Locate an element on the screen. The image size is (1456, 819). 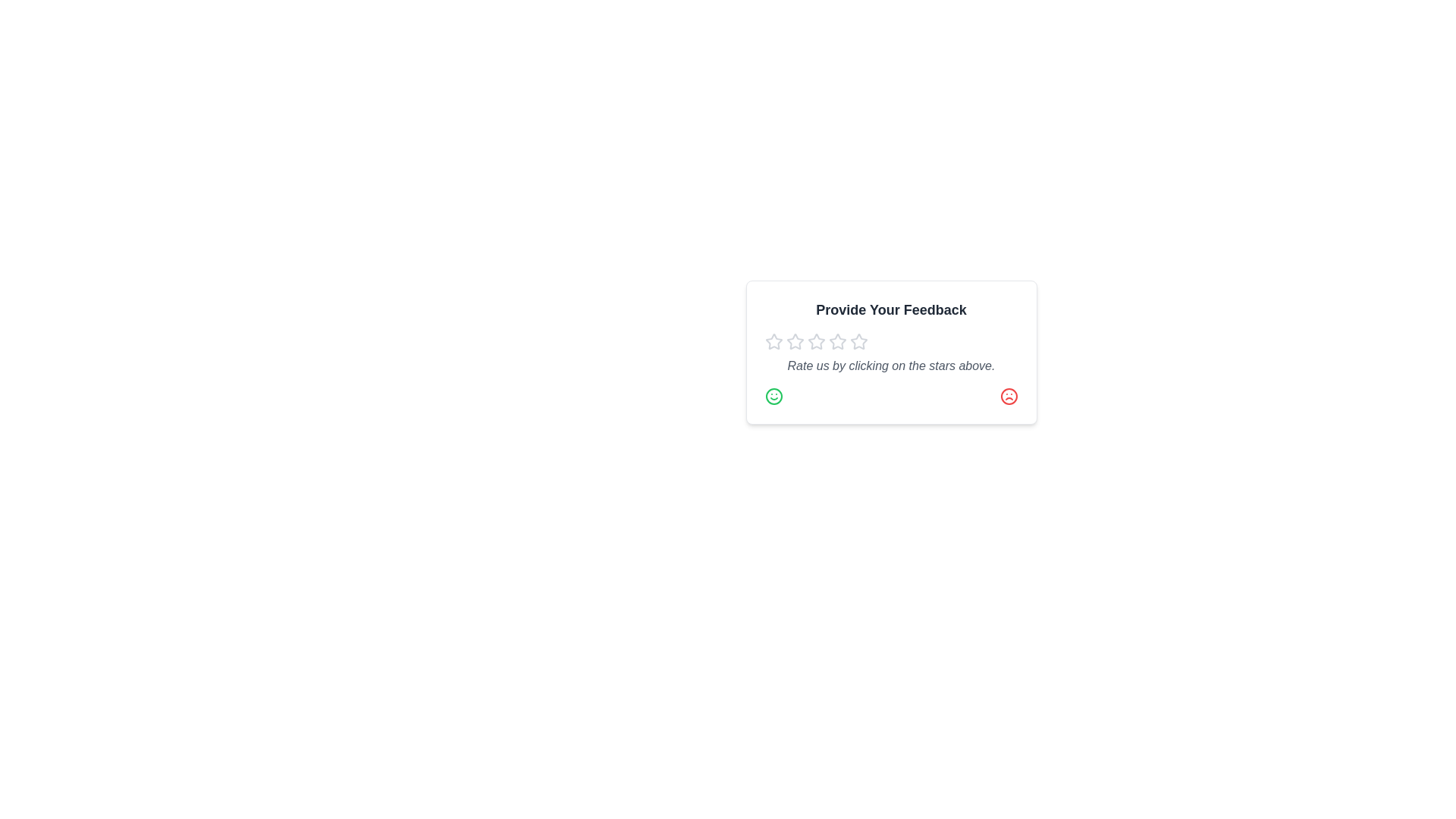
the fourth star icon is located at coordinates (815, 342).